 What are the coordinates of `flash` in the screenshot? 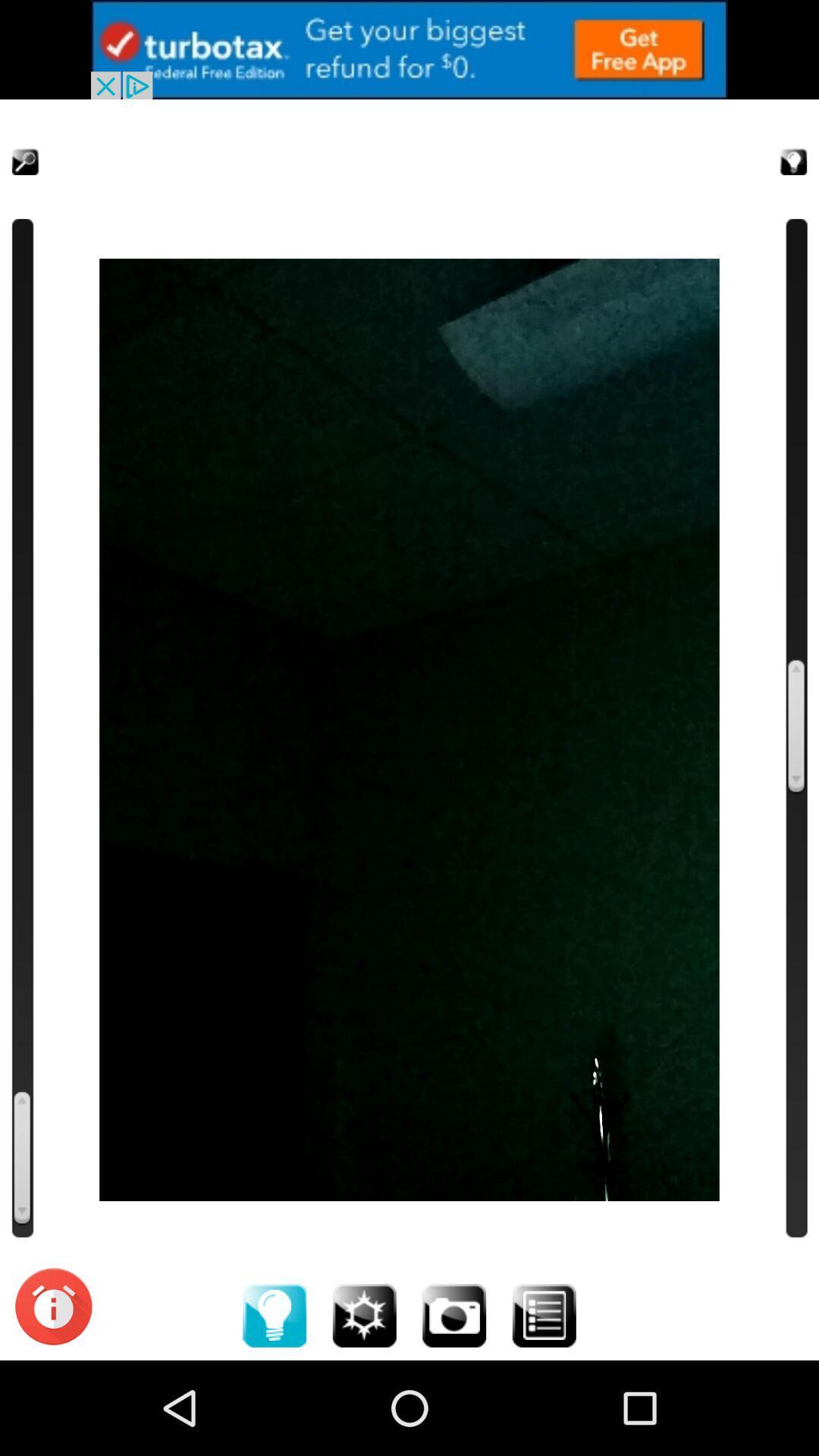 It's located at (364, 1314).